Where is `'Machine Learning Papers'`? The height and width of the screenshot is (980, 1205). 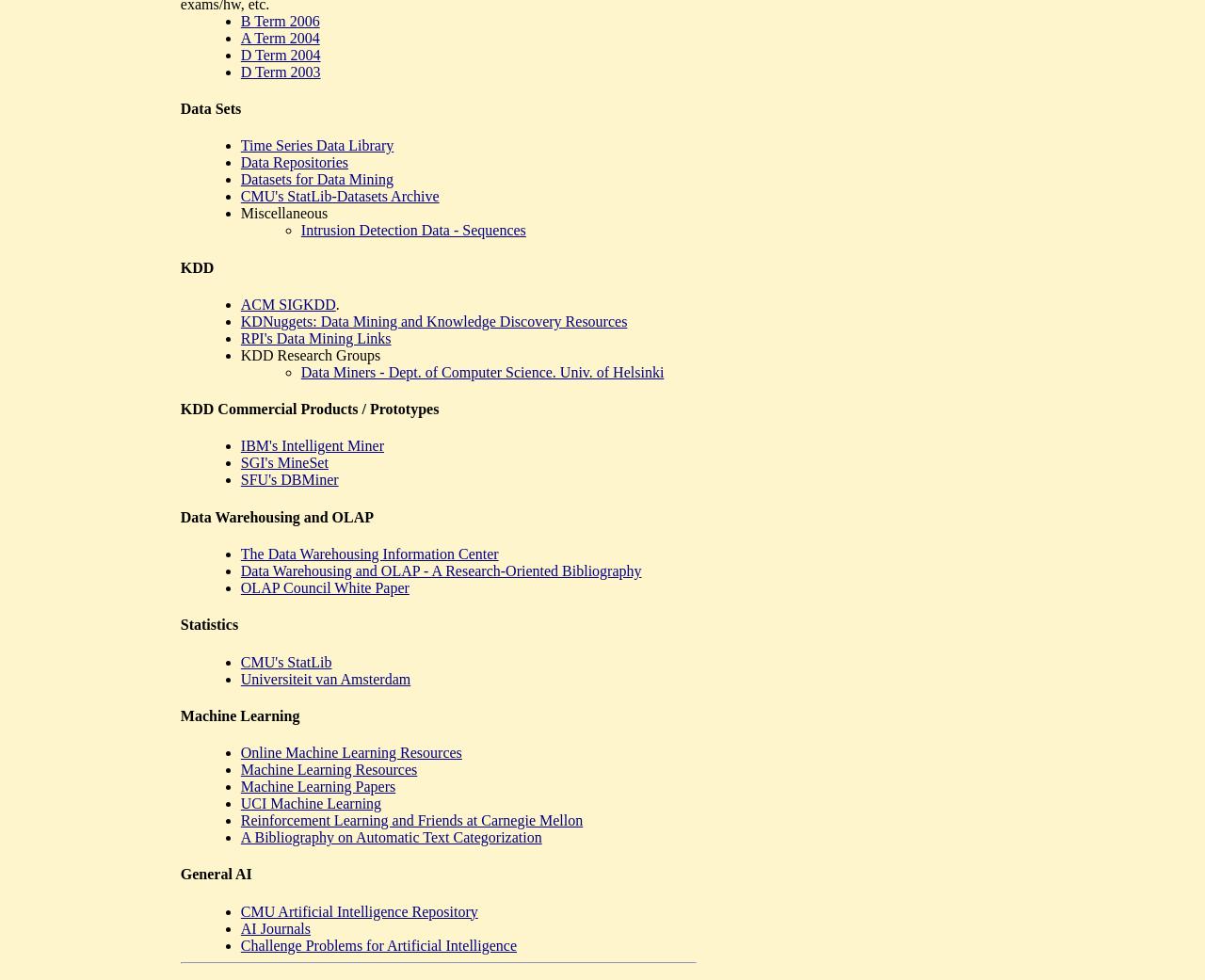 'Machine Learning Papers' is located at coordinates (238, 785).